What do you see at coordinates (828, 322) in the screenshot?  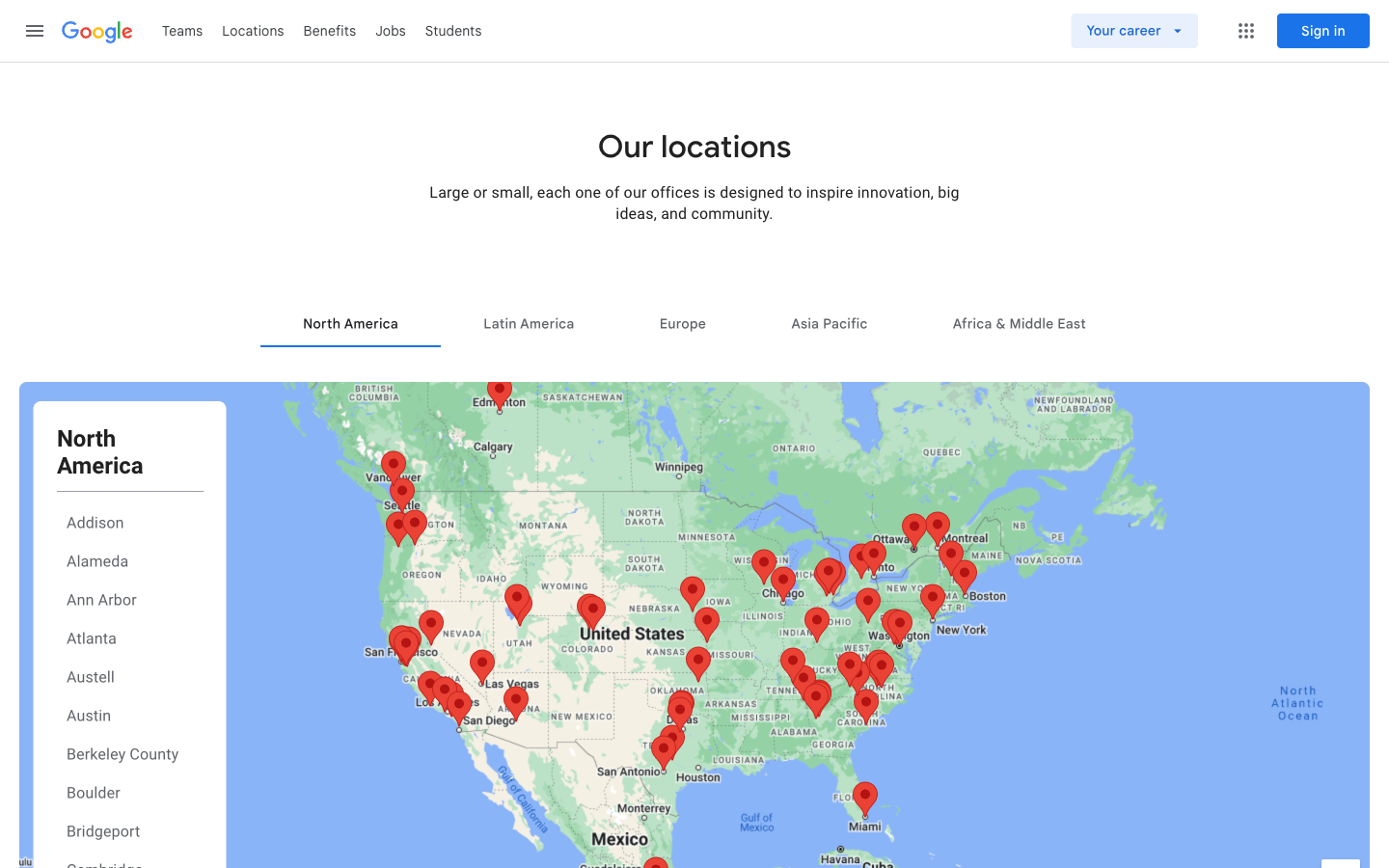 I see `Update the geographic area` at bounding box center [828, 322].